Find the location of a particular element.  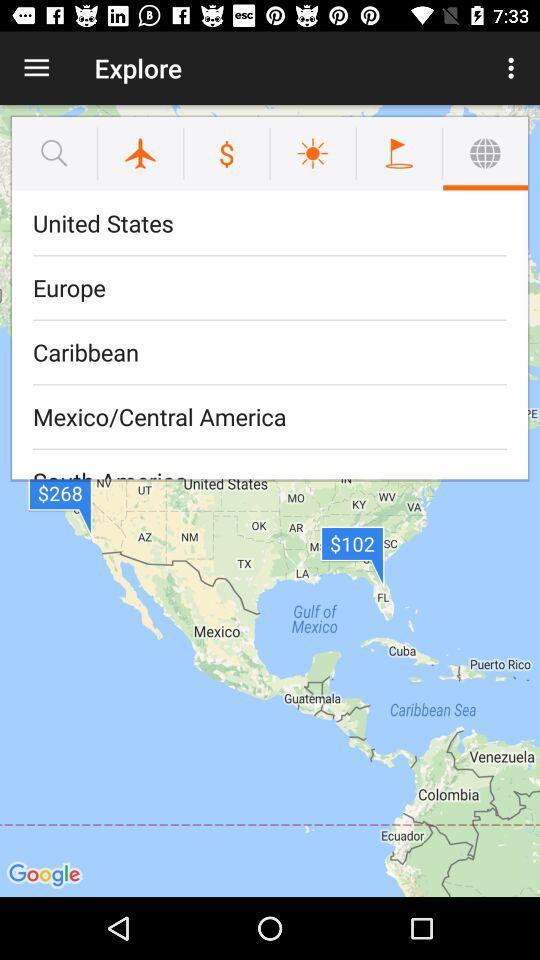

the icon to the right of explore is located at coordinates (513, 68).